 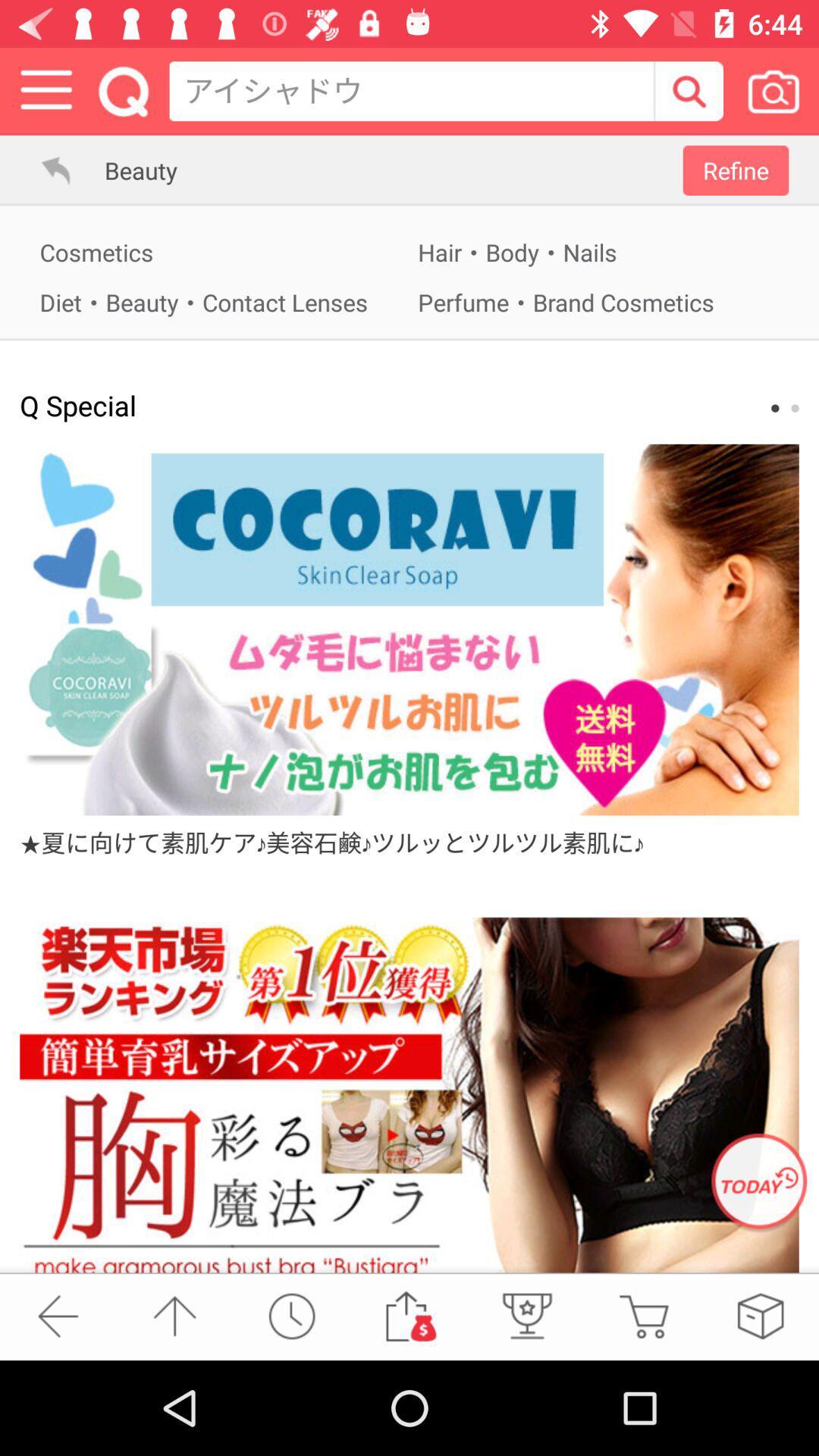 What do you see at coordinates (174, 1315) in the screenshot?
I see `top of page` at bounding box center [174, 1315].